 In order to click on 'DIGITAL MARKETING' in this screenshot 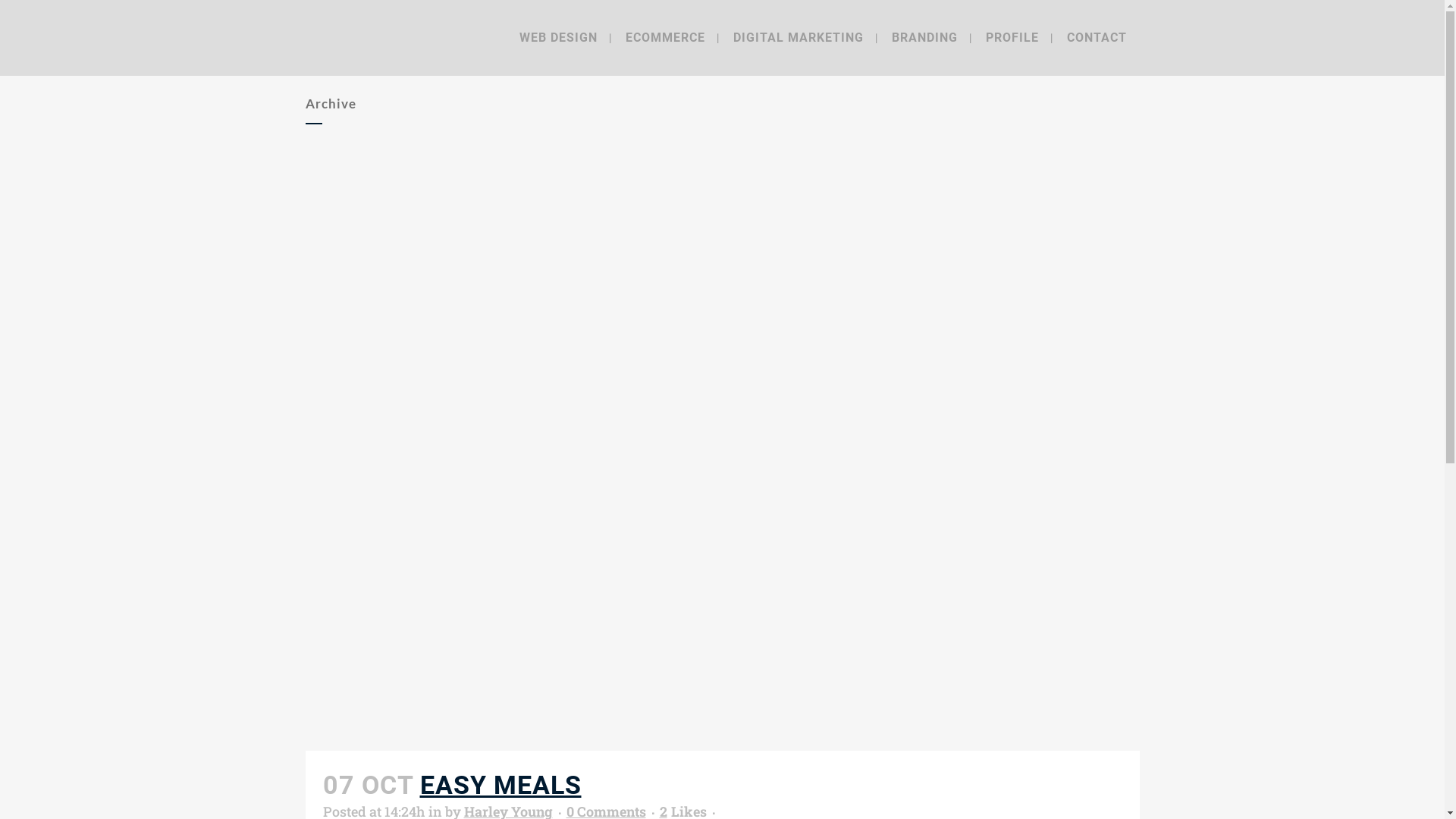, I will do `click(797, 37)`.